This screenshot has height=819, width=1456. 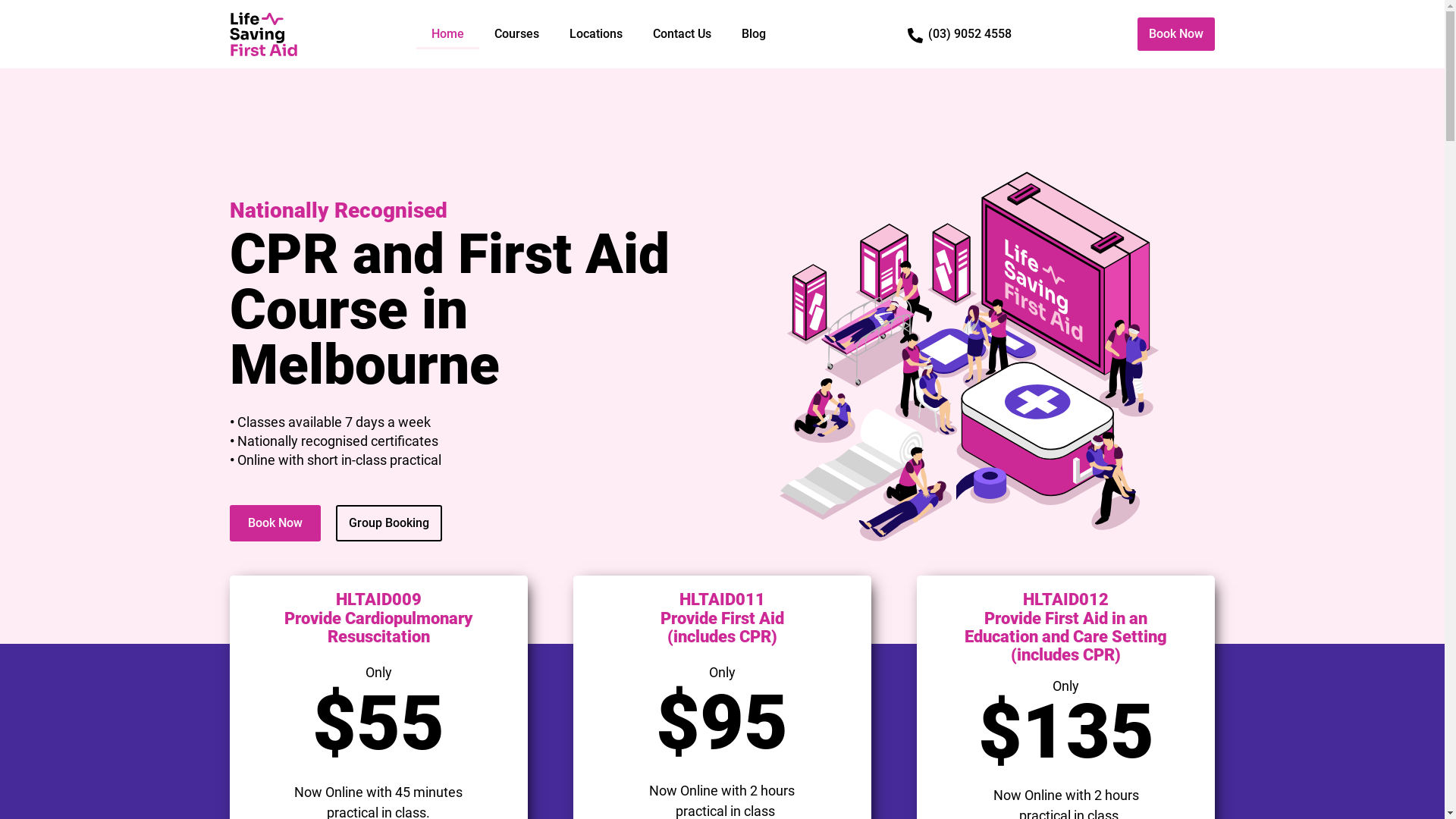 What do you see at coordinates (726, 34) in the screenshot?
I see `'Blog'` at bounding box center [726, 34].